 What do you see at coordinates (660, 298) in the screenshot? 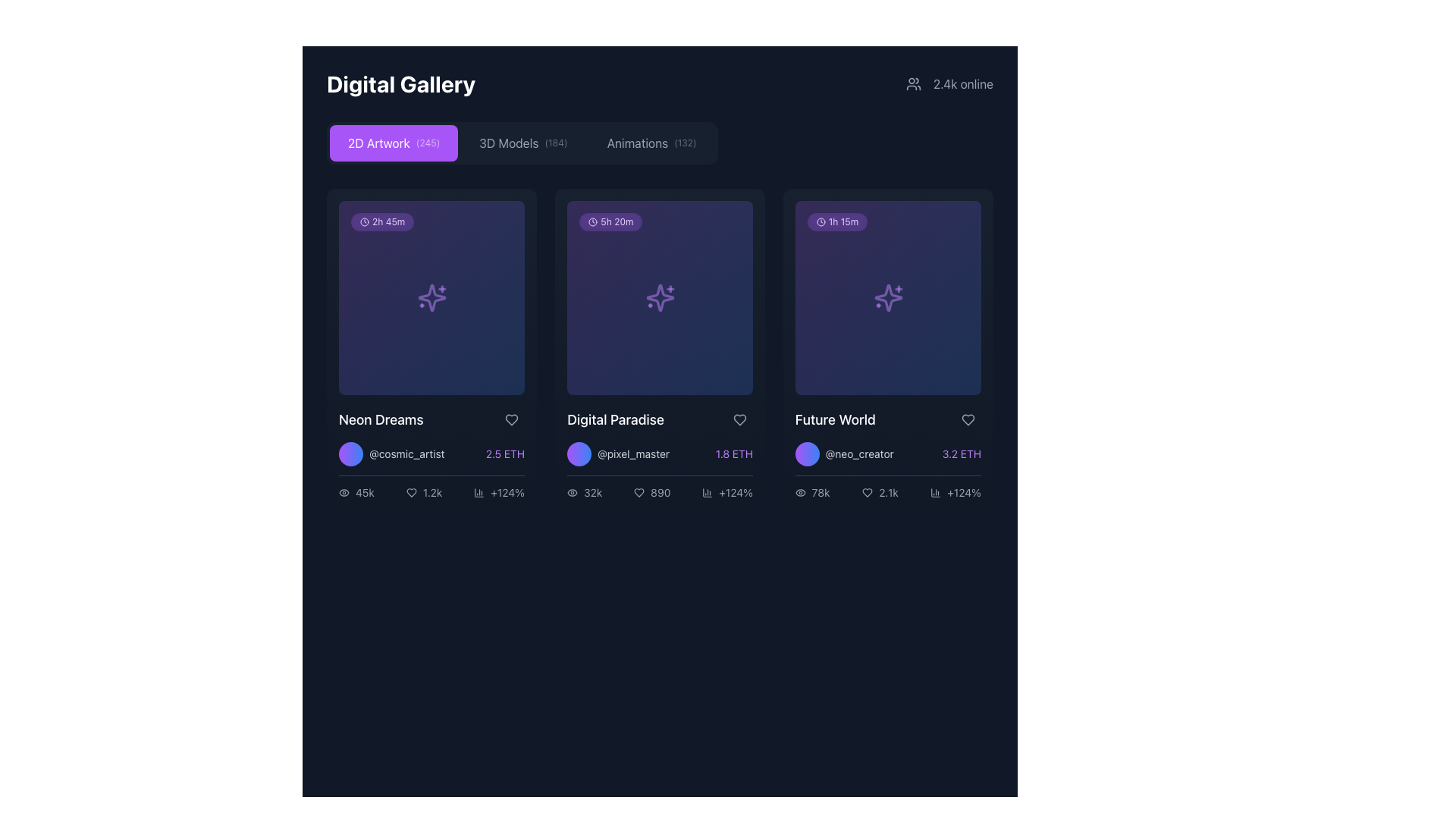
I see `the sparkly decorative icon located in the center of the 'Digital Paradise' card in the top row of the gallery section` at bounding box center [660, 298].